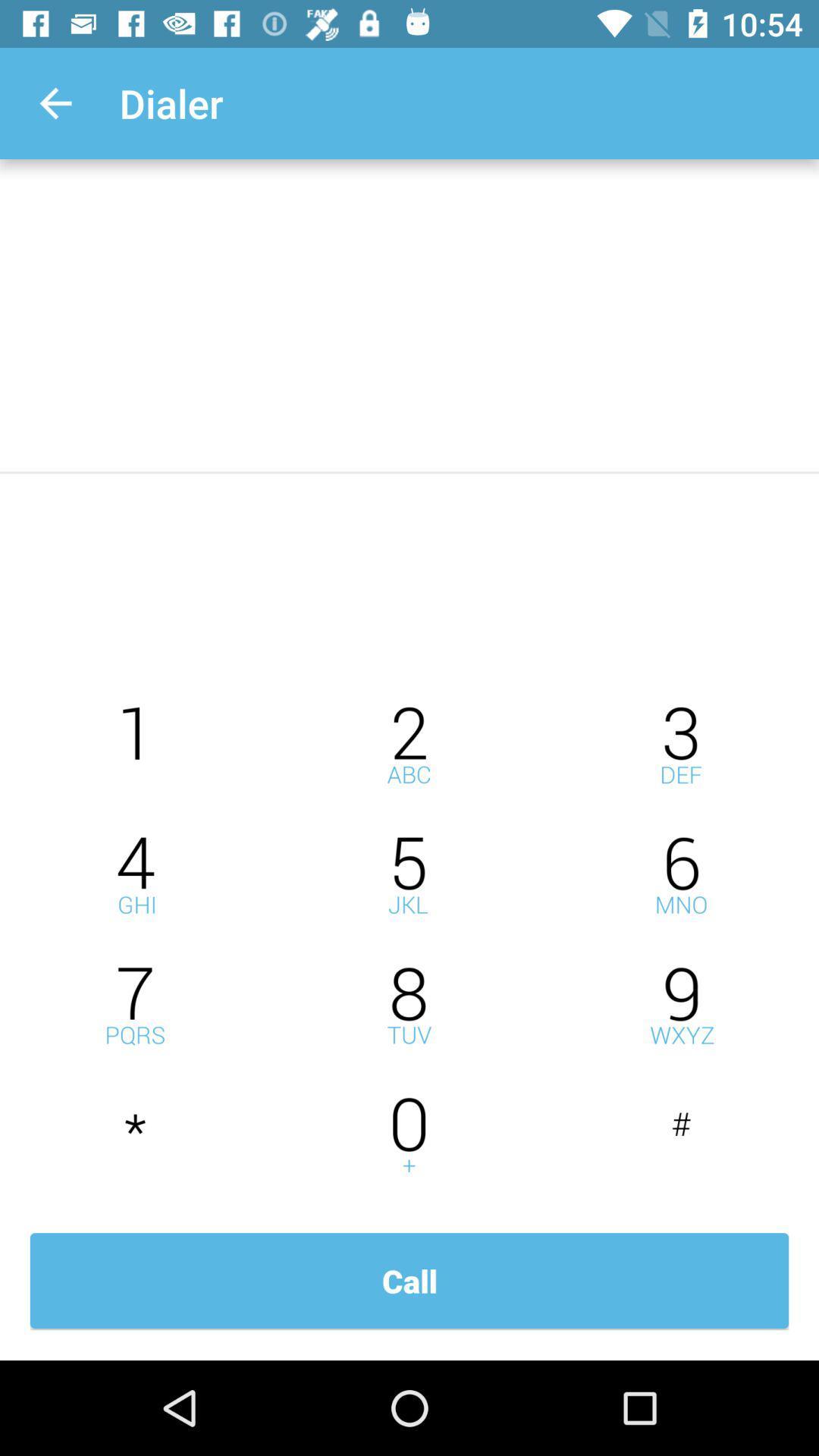 This screenshot has width=819, height=1456. What do you see at coordinates (136, 745) in the screenshot?
I see `the info icon` at bounding box center [136, 745].